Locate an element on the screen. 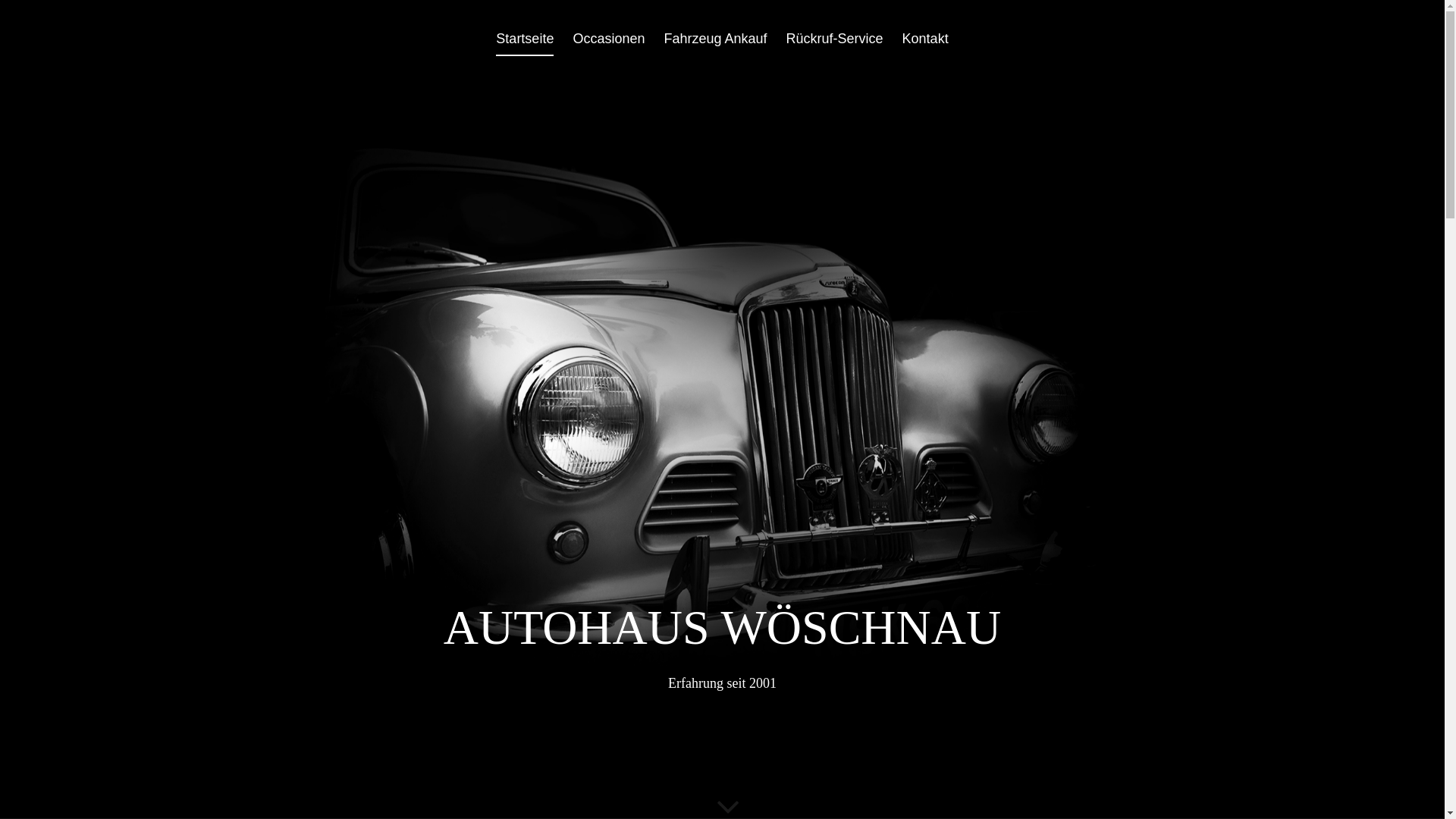 The width and height of the screenshot is (1456, 819). 'Fahrzeug Ankauf' is located at coordinates (663, 42).